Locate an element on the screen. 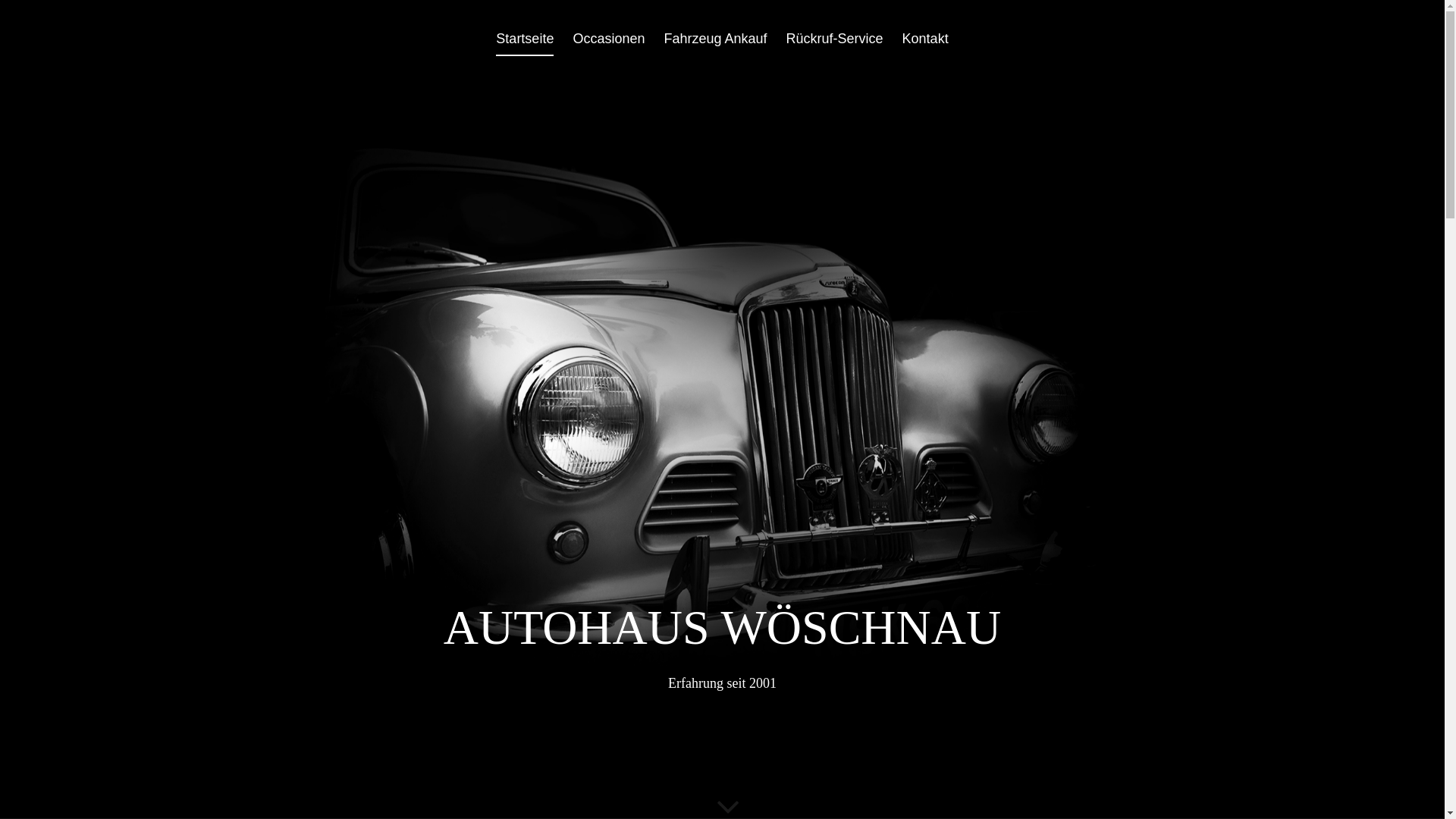 The width and height of the screenshot is (1456, 819). 'Fahrzeug Ankauf' is located at coordinates (663, 42).